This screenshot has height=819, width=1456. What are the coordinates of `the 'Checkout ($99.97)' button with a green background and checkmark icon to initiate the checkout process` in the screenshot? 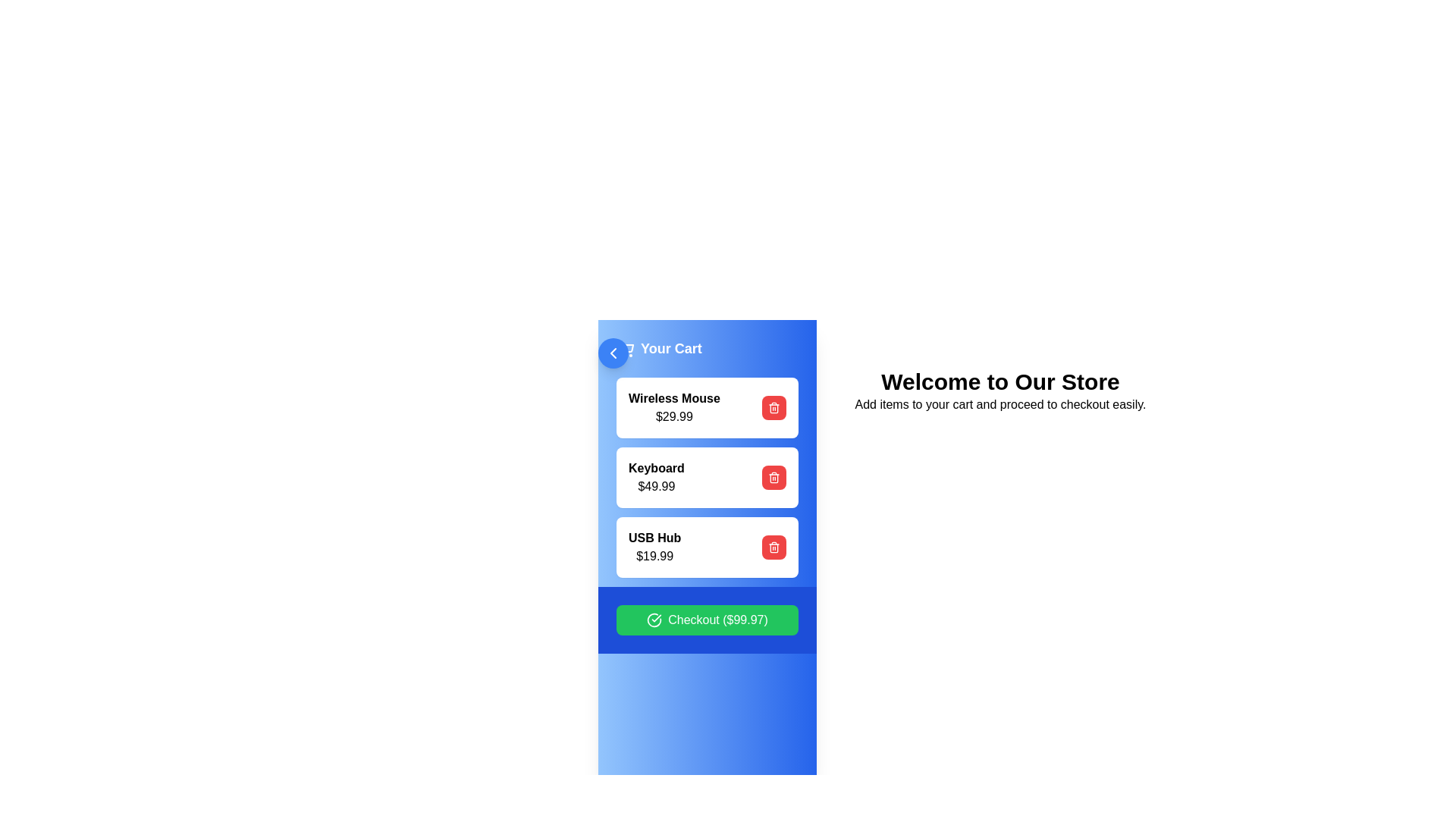 It's located at (706, 620).